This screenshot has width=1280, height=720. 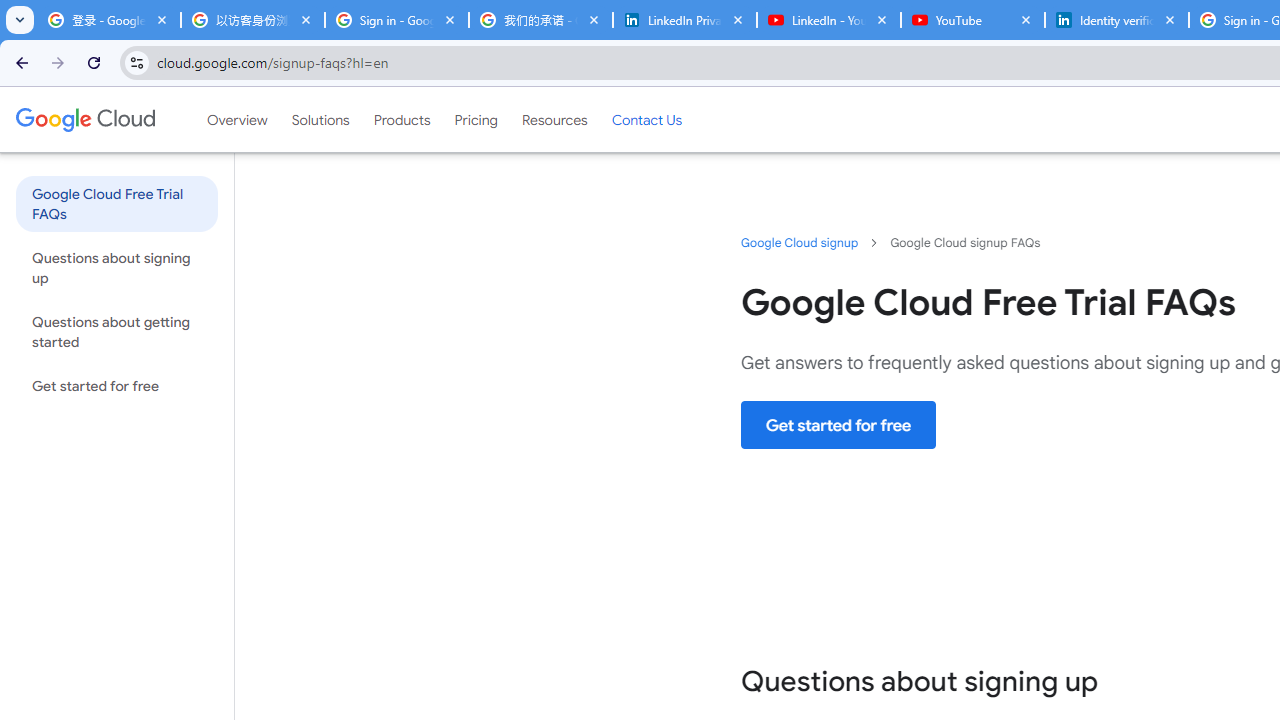 I want to click on 'Products', so click(x=400, y=119).